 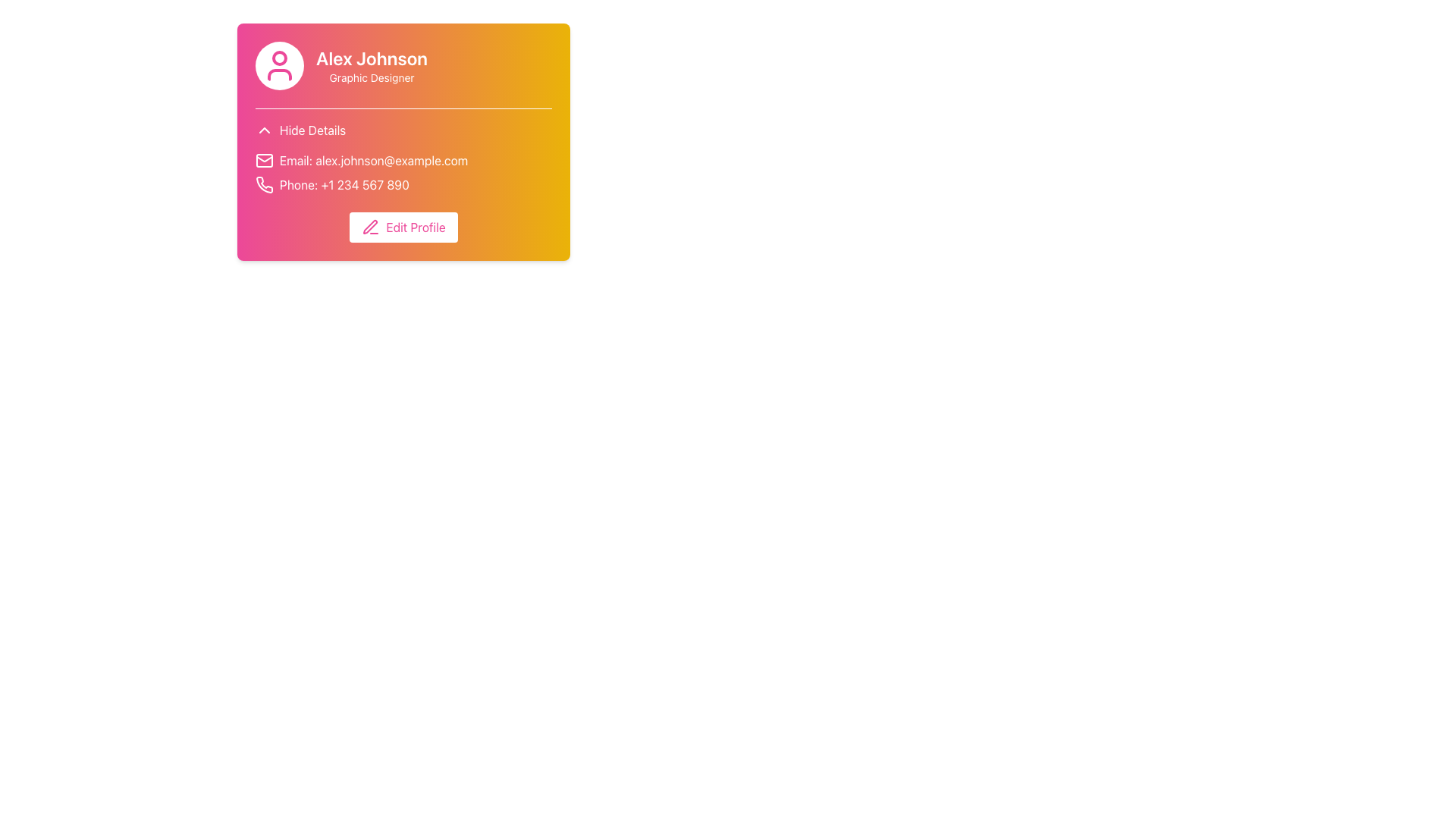 What do you see at coordinates (372, 65) in the screenshot?
I see `text block containing the title 'Alex Johnson' and the subtitle 'Graphic Designer' which is prominently displayed on a gradient background, located in the top-right area of the profile card` at bounding box center [372, 65].